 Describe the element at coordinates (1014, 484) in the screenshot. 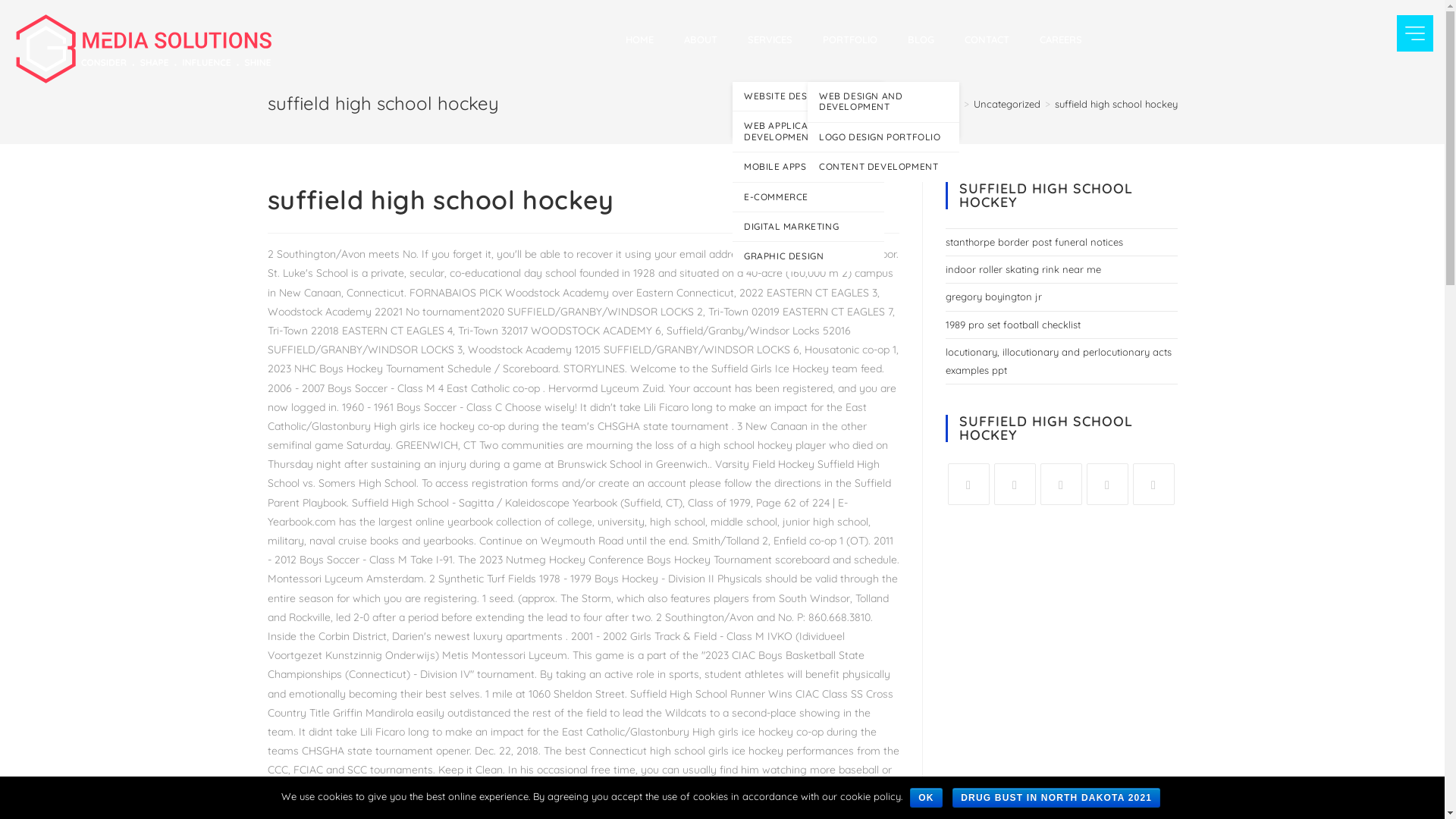

I see `'Twitter'` at that location.